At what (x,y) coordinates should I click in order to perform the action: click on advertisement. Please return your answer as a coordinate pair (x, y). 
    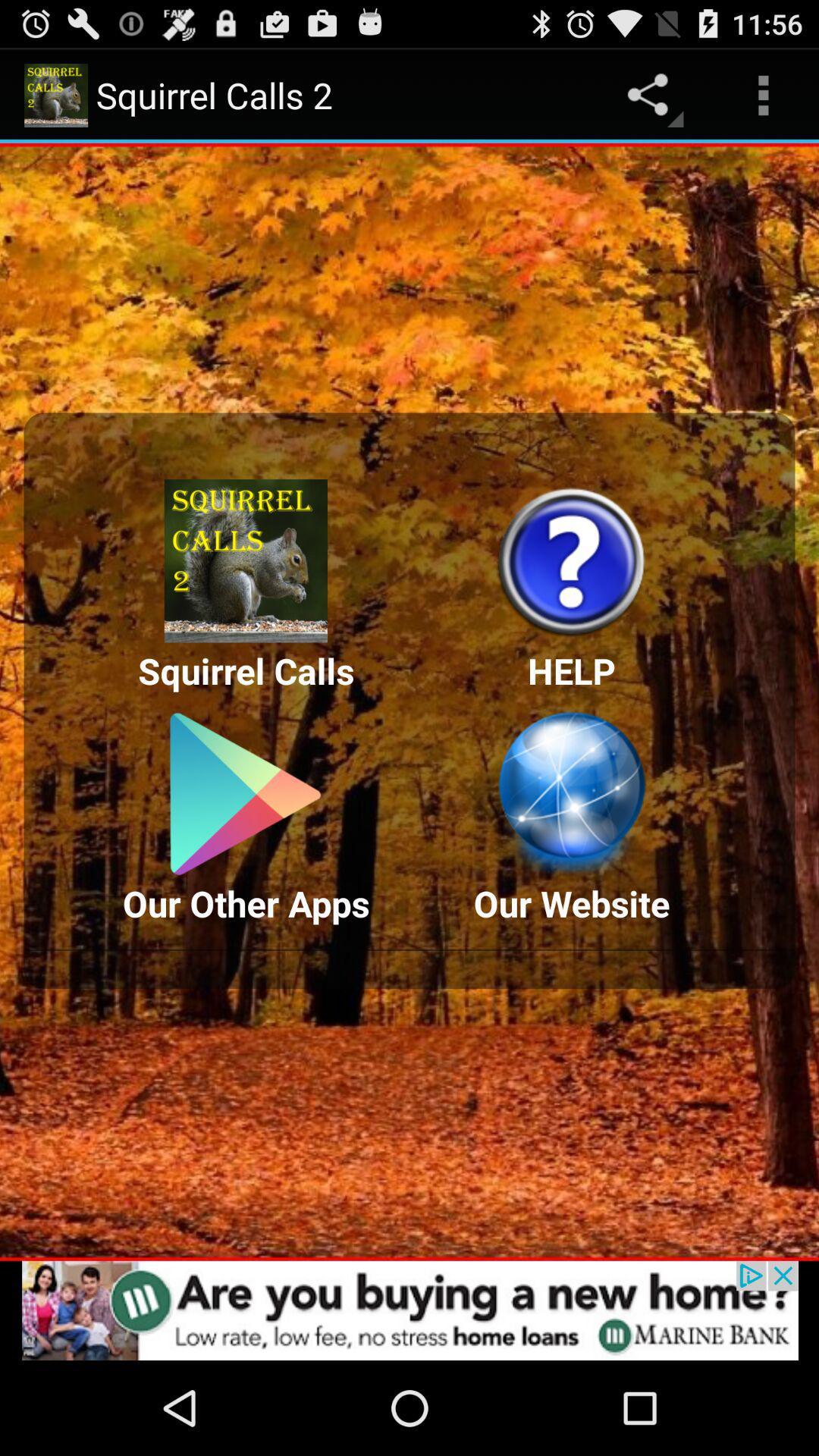
    Looking at the image, I should click on (409, 1310).